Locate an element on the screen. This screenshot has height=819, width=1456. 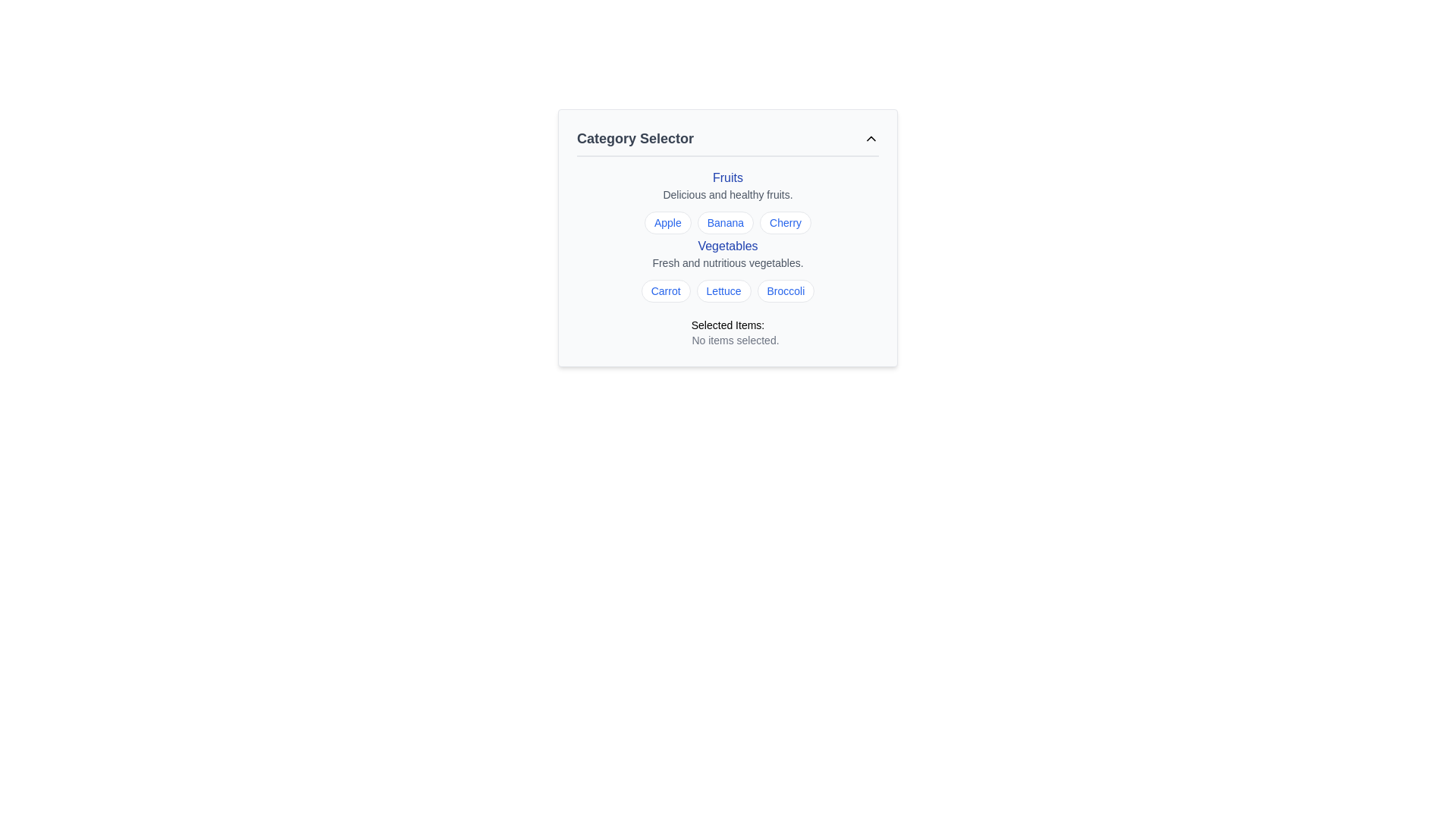
the 'Apple' button, which is a rectangular button with rounded edges, featuring the text 'Apple' in a blue, bold font under the 'Fruits' section of the 'Category Selector' is located at coordinates (667, 222).